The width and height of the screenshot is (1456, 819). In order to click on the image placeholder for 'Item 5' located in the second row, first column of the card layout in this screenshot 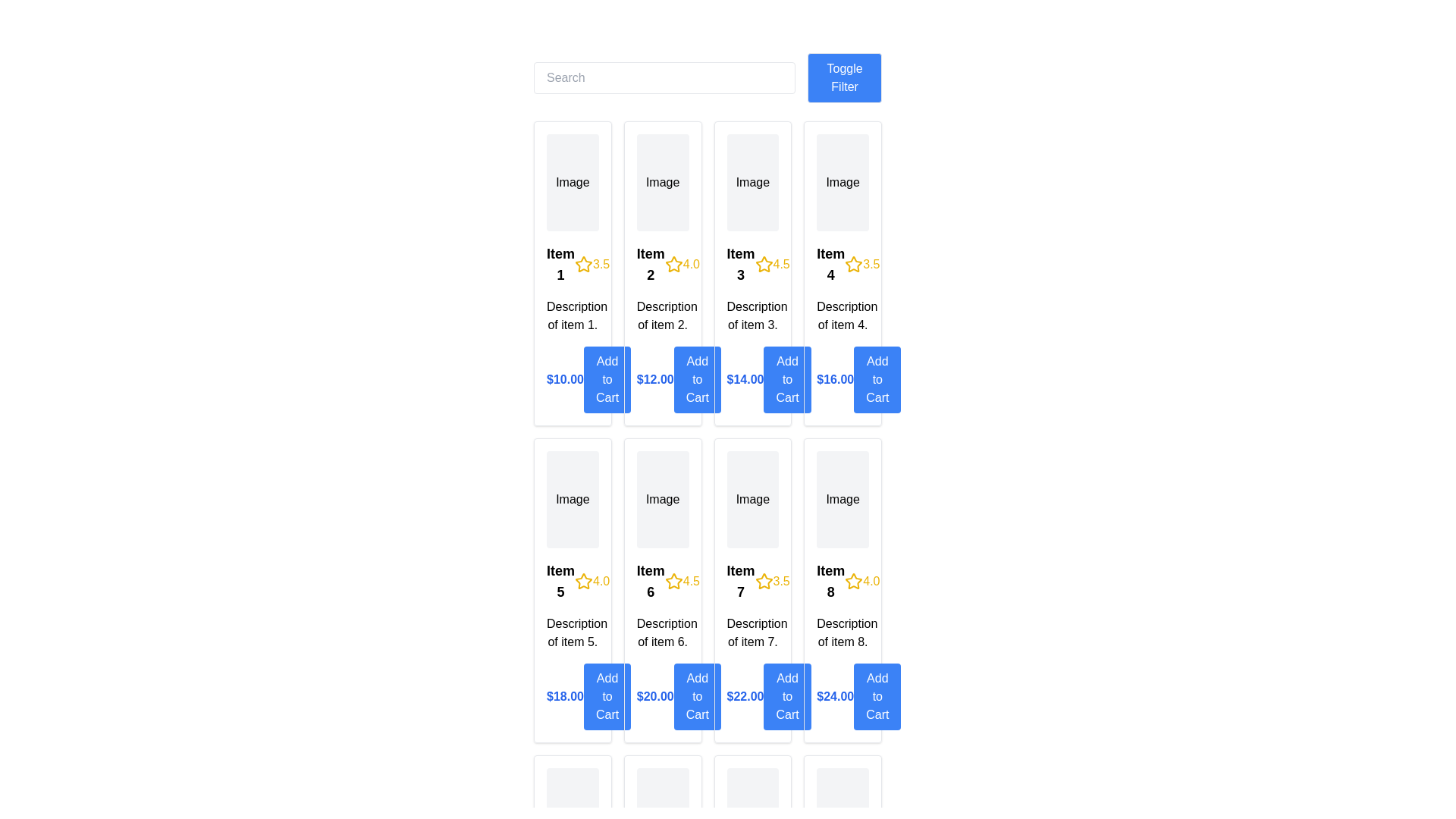, I will do `click(572, 500)`.